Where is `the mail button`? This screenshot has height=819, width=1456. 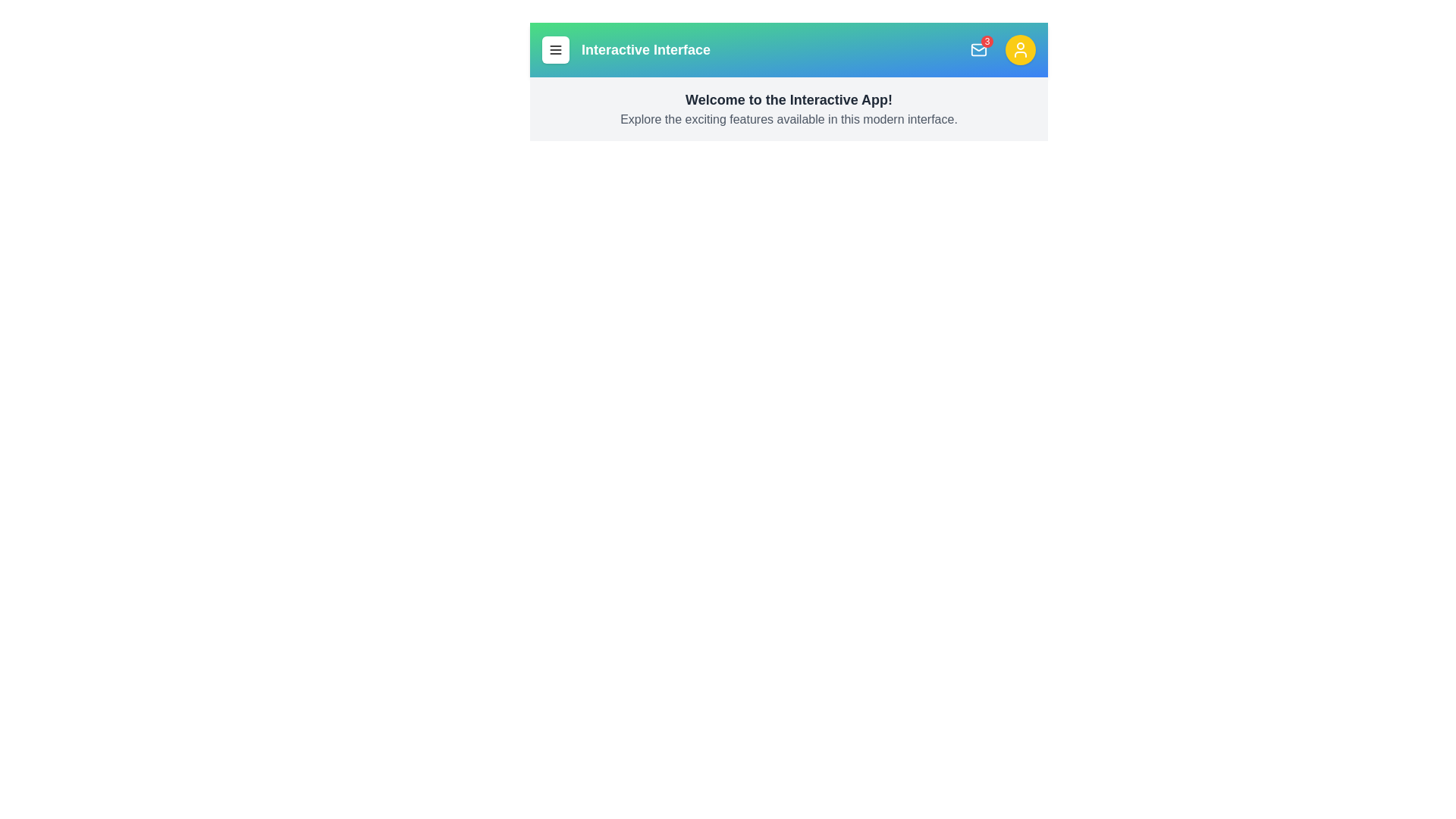 the mail button is located at coordinates (979, 49).